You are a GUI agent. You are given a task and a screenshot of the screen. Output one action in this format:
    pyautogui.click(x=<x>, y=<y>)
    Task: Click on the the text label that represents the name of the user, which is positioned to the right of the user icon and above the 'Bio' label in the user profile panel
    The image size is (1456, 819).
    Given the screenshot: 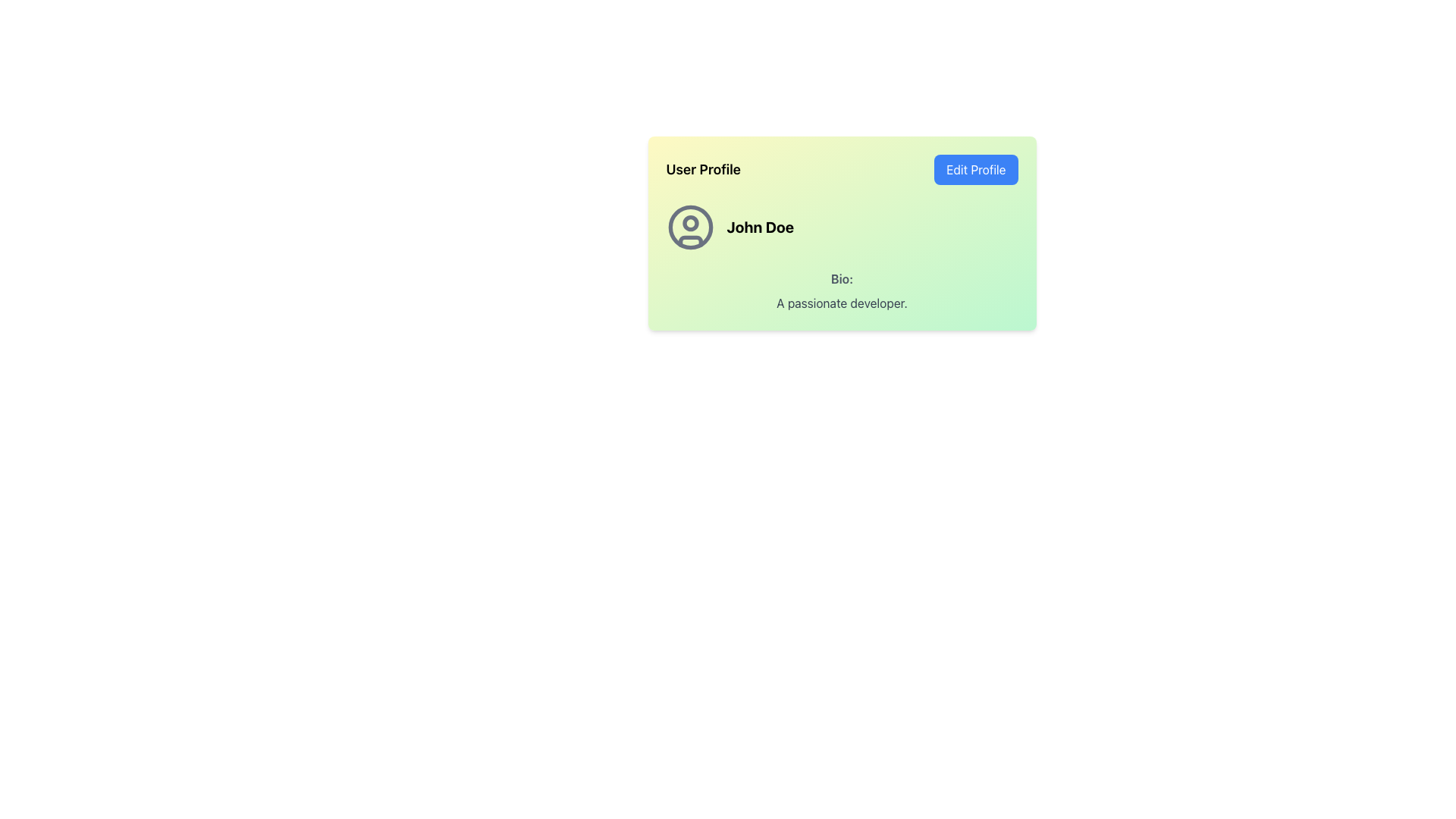 What is the action you would take?
    pyautogui.click(x=760, y=227)
    